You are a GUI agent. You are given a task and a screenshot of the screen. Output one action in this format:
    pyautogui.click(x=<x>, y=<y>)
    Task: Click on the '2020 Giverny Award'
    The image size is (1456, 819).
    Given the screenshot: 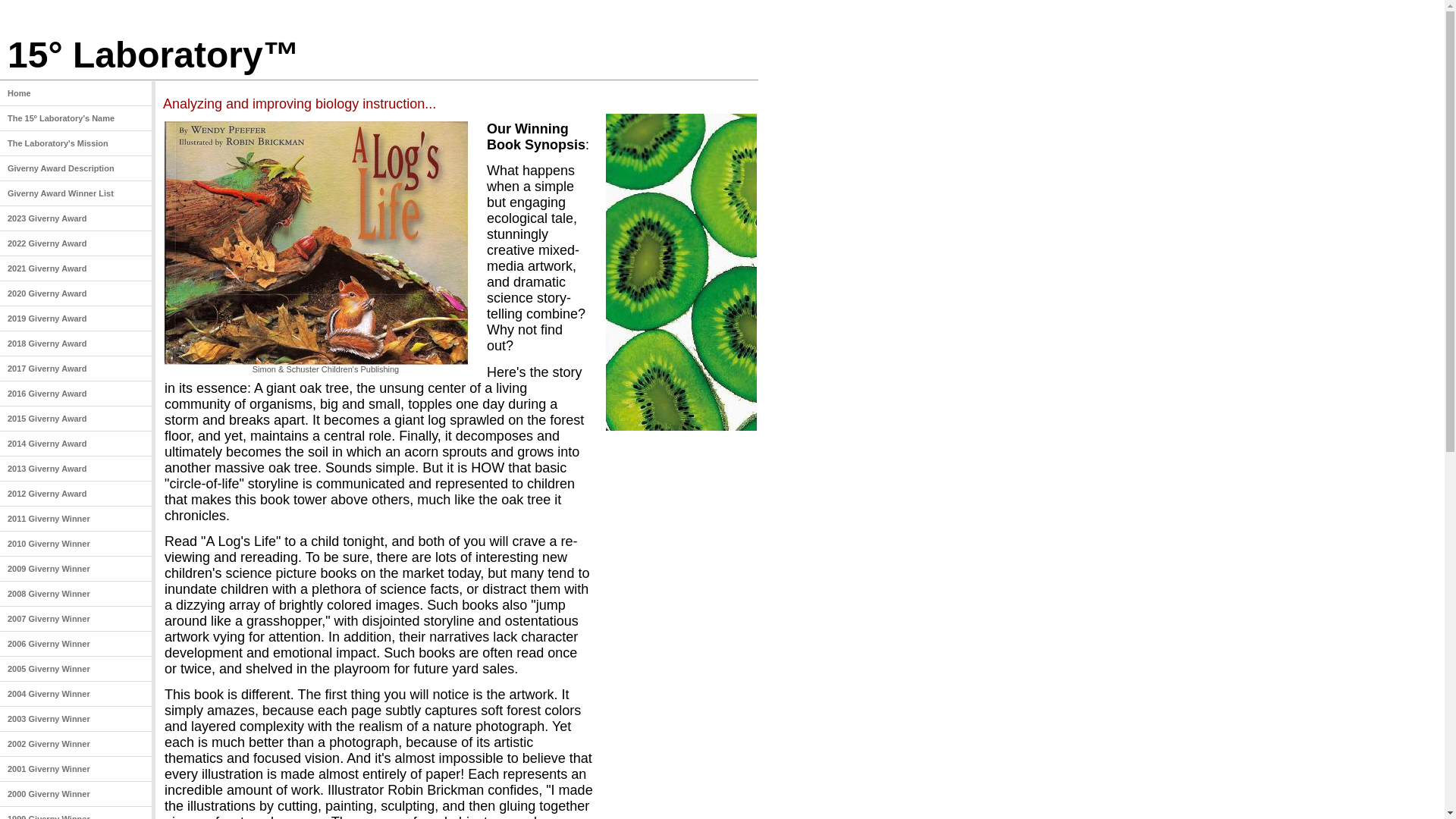 What is the action you would take?
    pyautogui.click(x=75, y=293)
    